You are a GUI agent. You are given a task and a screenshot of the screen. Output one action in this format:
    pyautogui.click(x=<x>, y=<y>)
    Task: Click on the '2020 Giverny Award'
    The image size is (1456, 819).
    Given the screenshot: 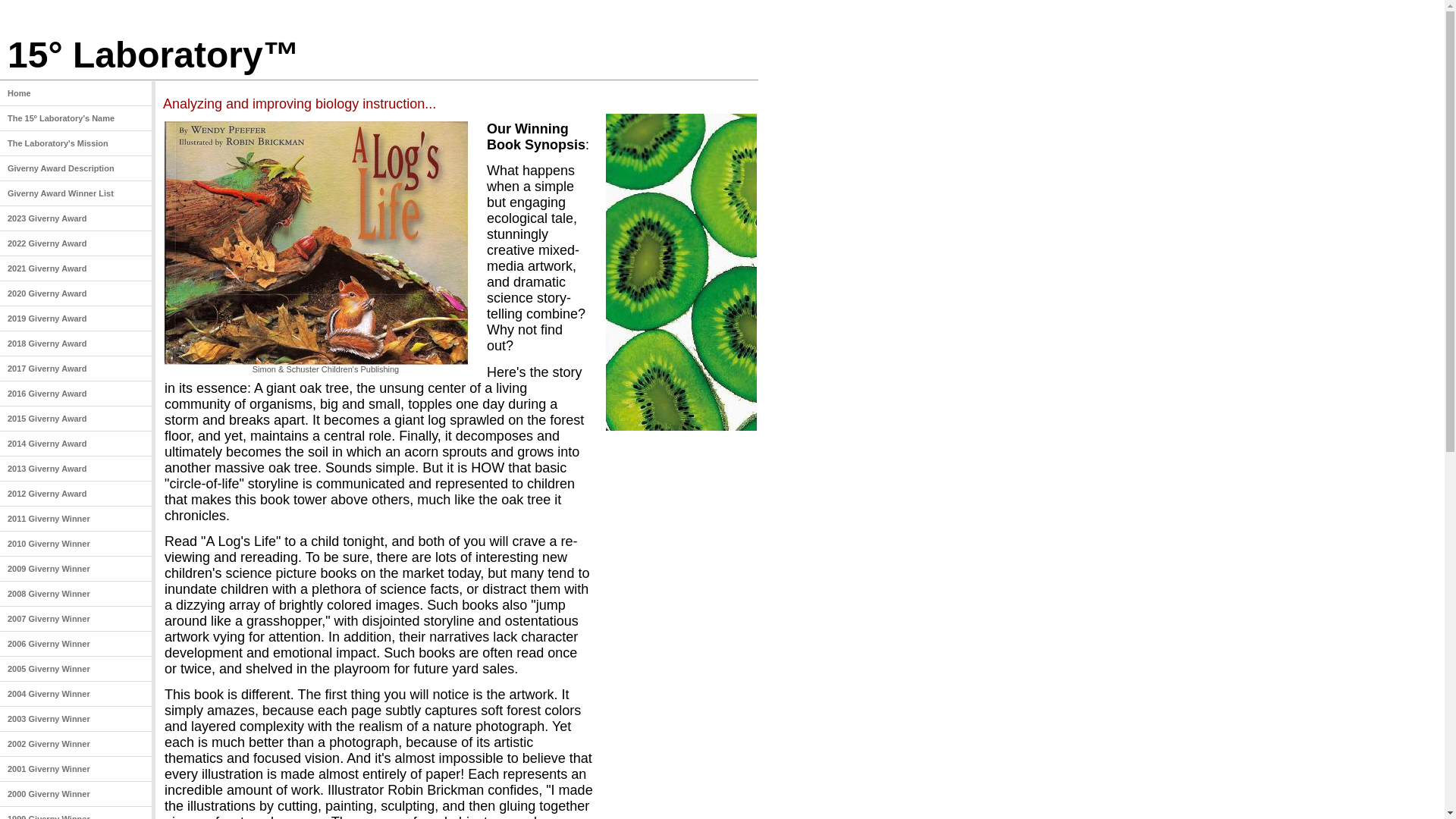 What is the action you would take?
    pyautogui.click(x=75, y=293)
    